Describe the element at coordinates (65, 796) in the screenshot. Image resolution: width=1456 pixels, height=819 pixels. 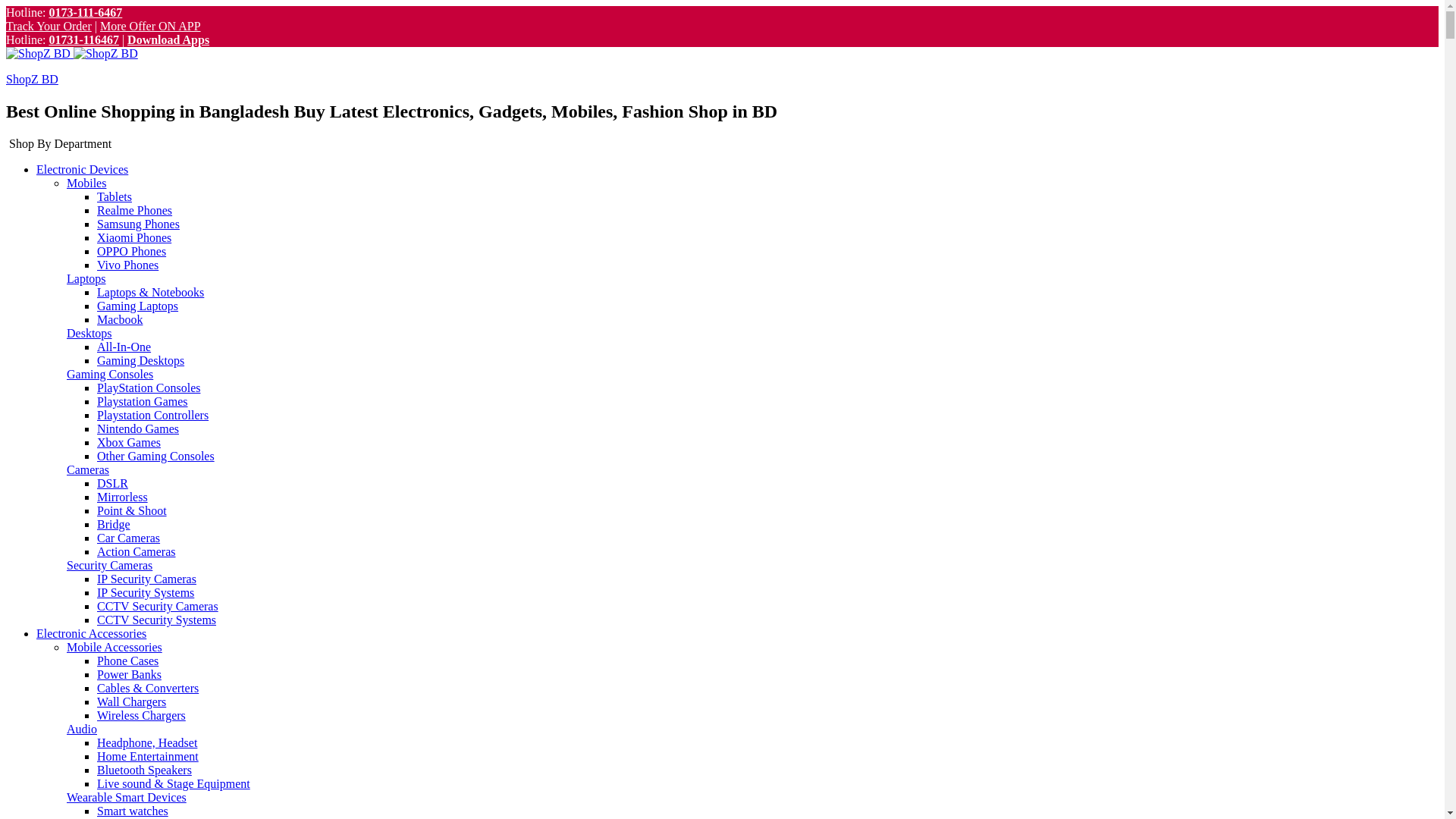
I see `'Wearable Smart Devices'` at that location.